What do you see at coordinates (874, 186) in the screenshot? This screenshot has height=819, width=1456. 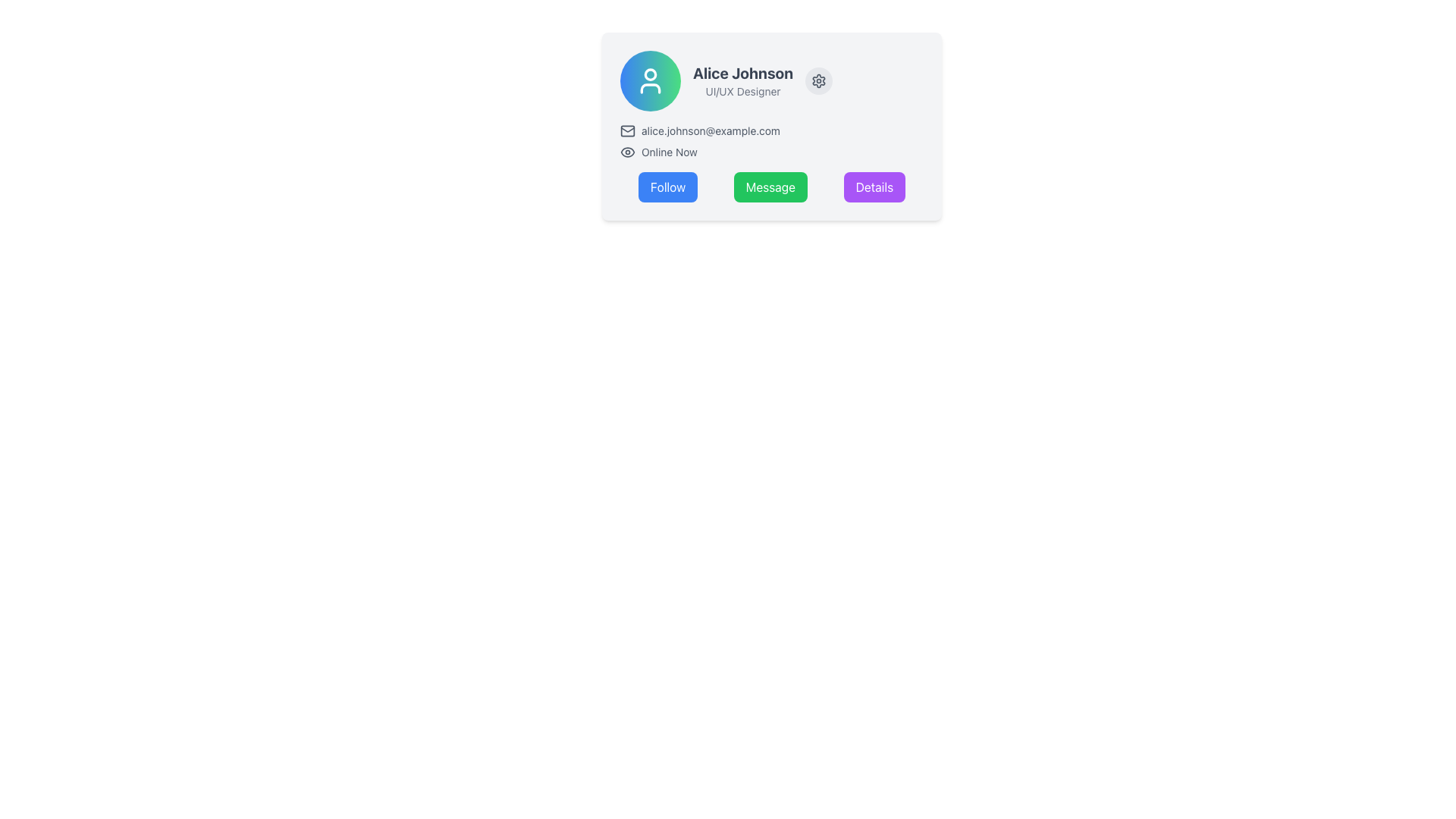 I see `the 'Details' button, which is a rectangular button with rounded edges, styled with a purple background and white text, located to the right of the 'Follow' and 'Message' buttons` at bounding box center [874, 186].